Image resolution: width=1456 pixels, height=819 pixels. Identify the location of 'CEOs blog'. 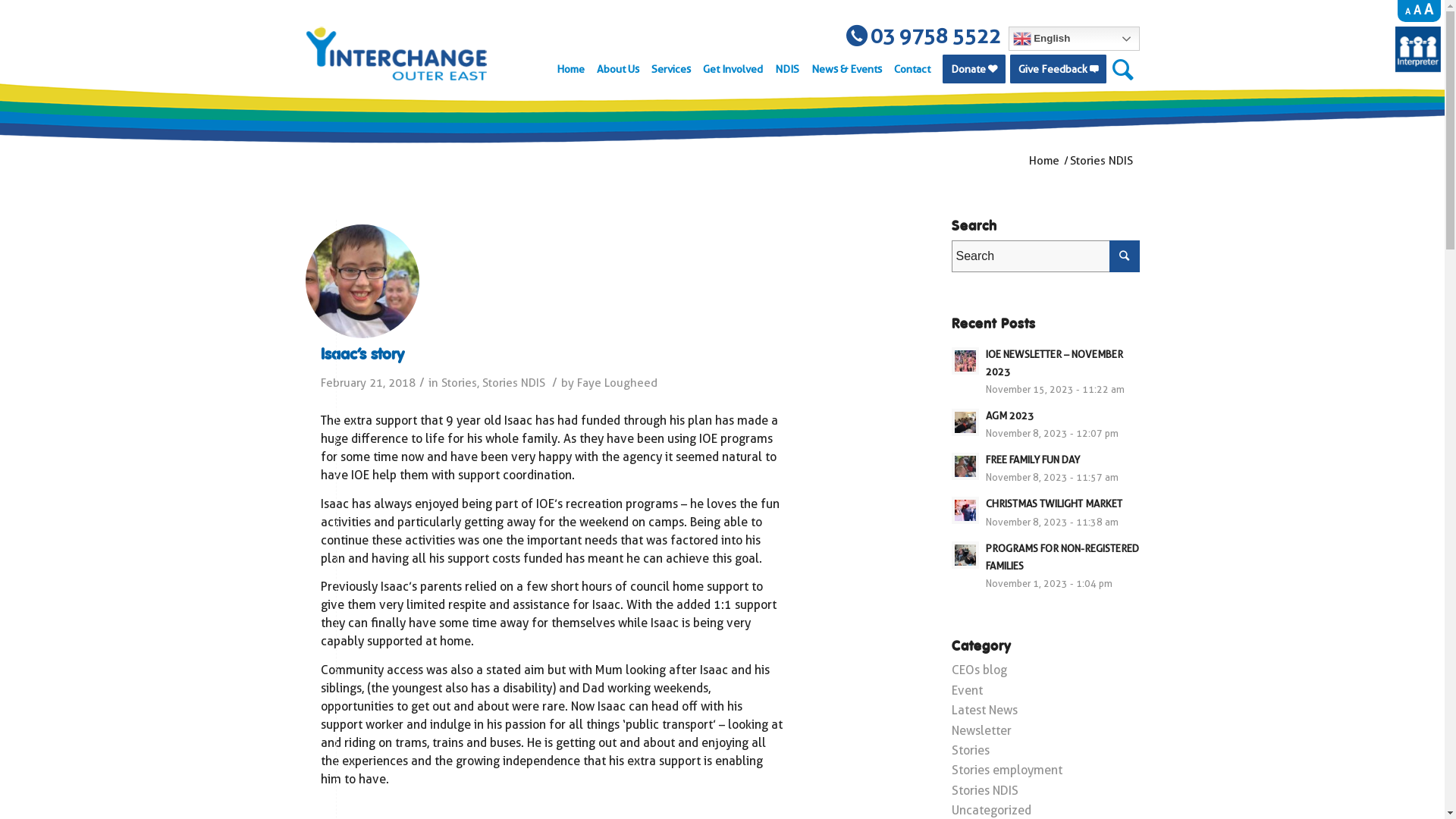
(978, 669).